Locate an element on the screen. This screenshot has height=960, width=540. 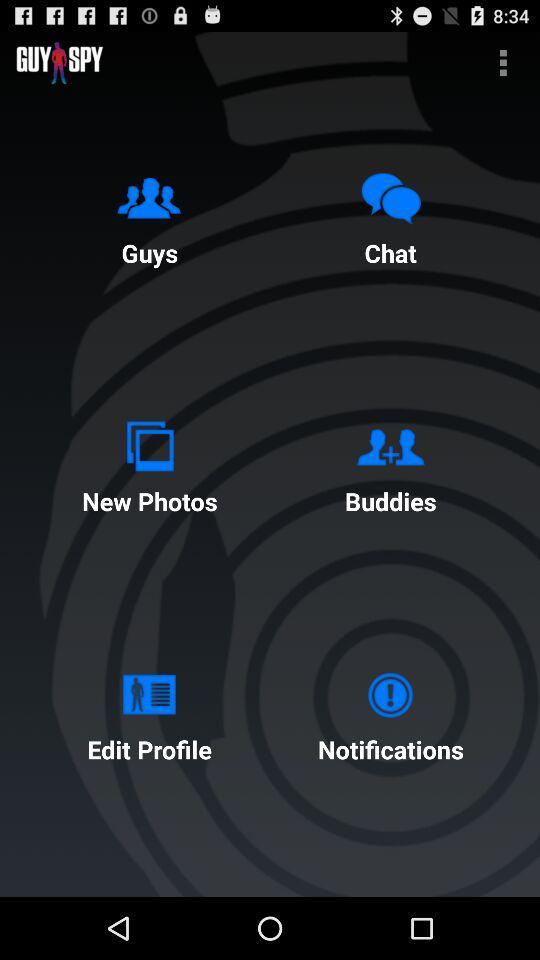
the item next to the new photos icon is located at coordinates (390, 463).